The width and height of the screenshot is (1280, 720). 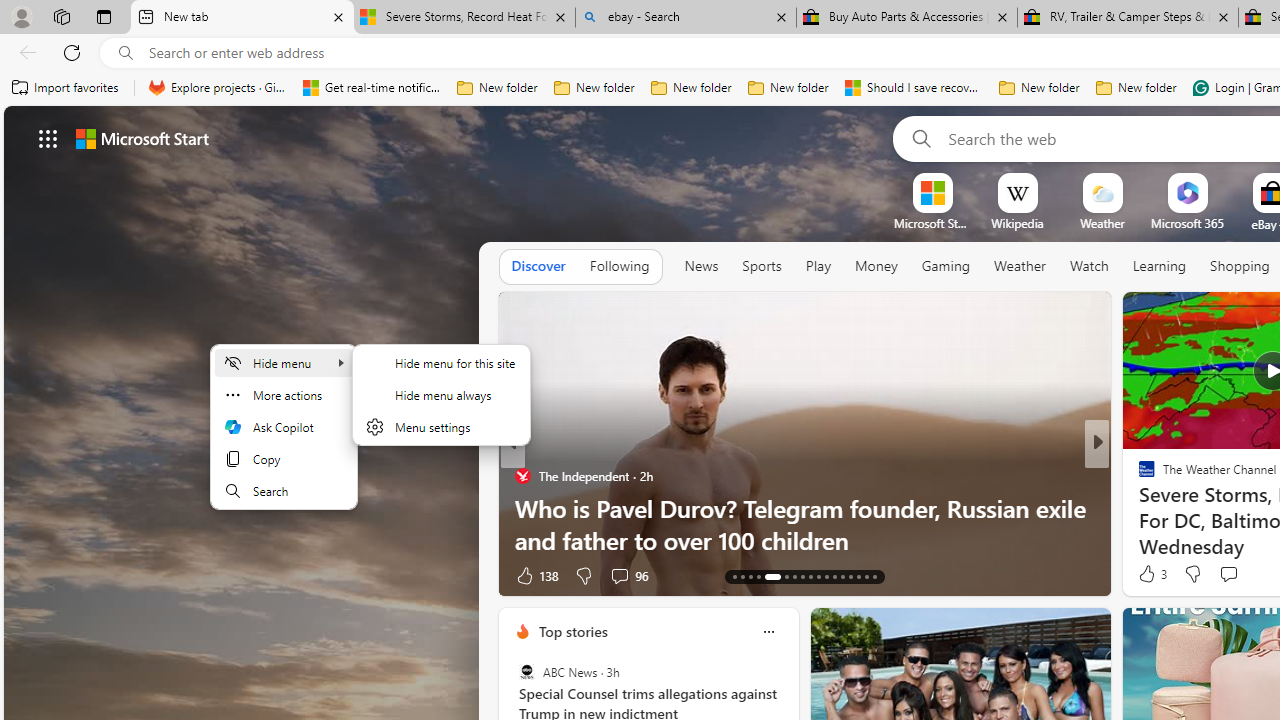 I want to click on 'Ask Copilot', so click(x=283, y=425).